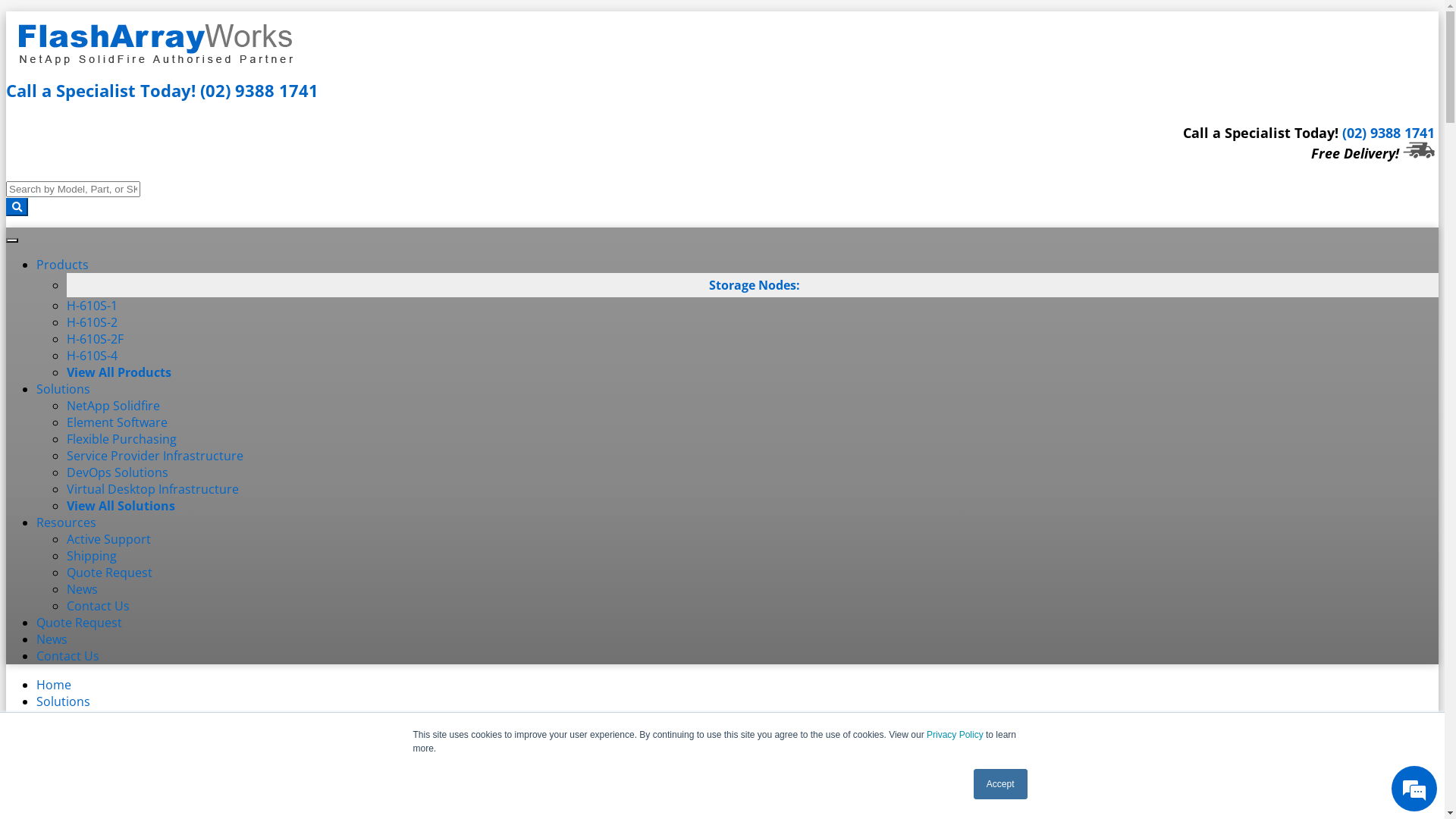 The height and width of the screenshot is (819, 1456). What do you see at coordinates (112, 405) in the screenshot?
I see `'NetApp Solidfire'` at bounding box center [112, 405].